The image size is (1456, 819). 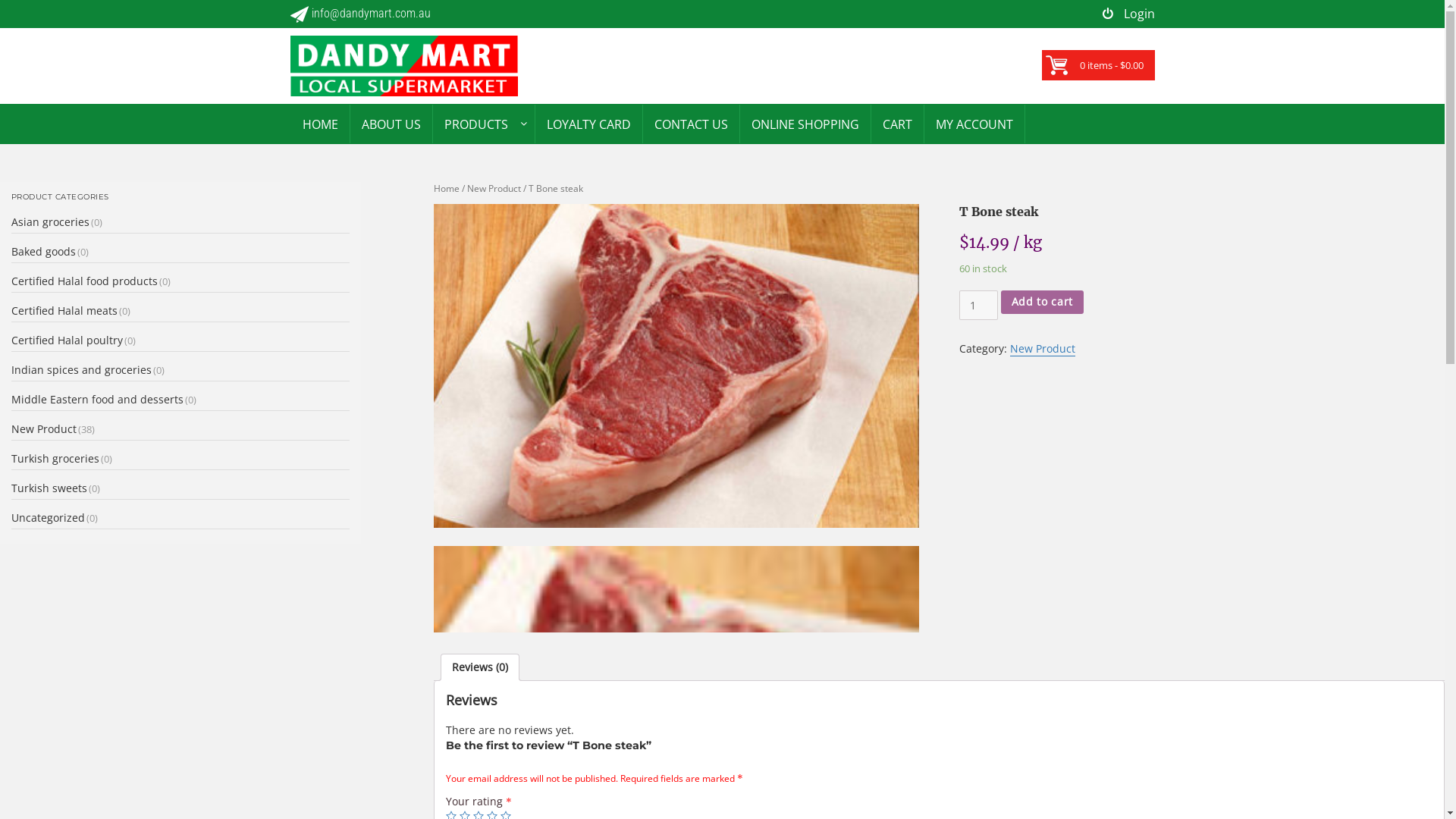 What do you see at coordinates (66, 339) in the screenshot?
I see `'Certified Halal poultry'` at bounding box center [66, 339].